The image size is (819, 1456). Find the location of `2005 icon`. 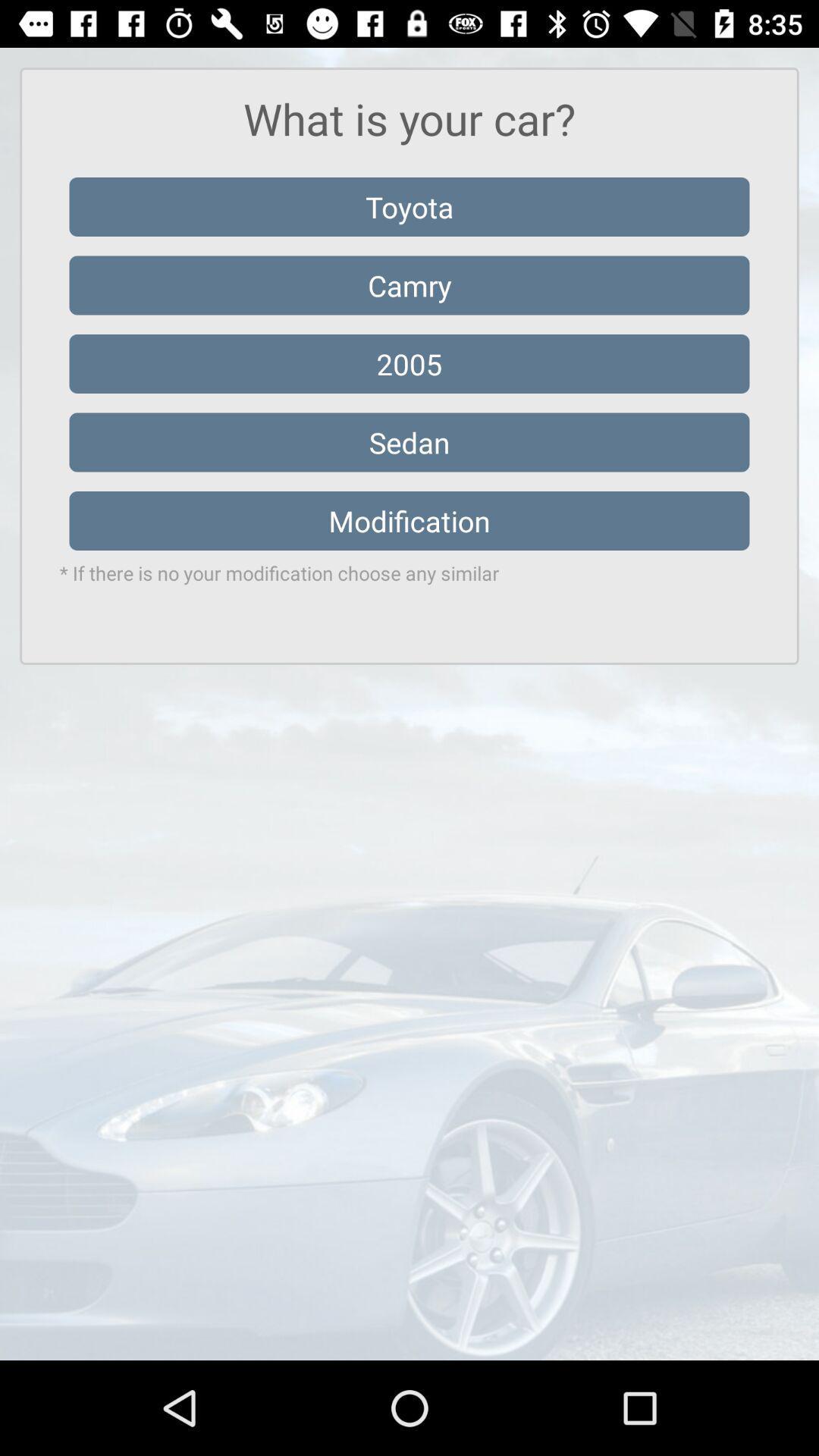

2005 icon is located at coordinates (409, 364).